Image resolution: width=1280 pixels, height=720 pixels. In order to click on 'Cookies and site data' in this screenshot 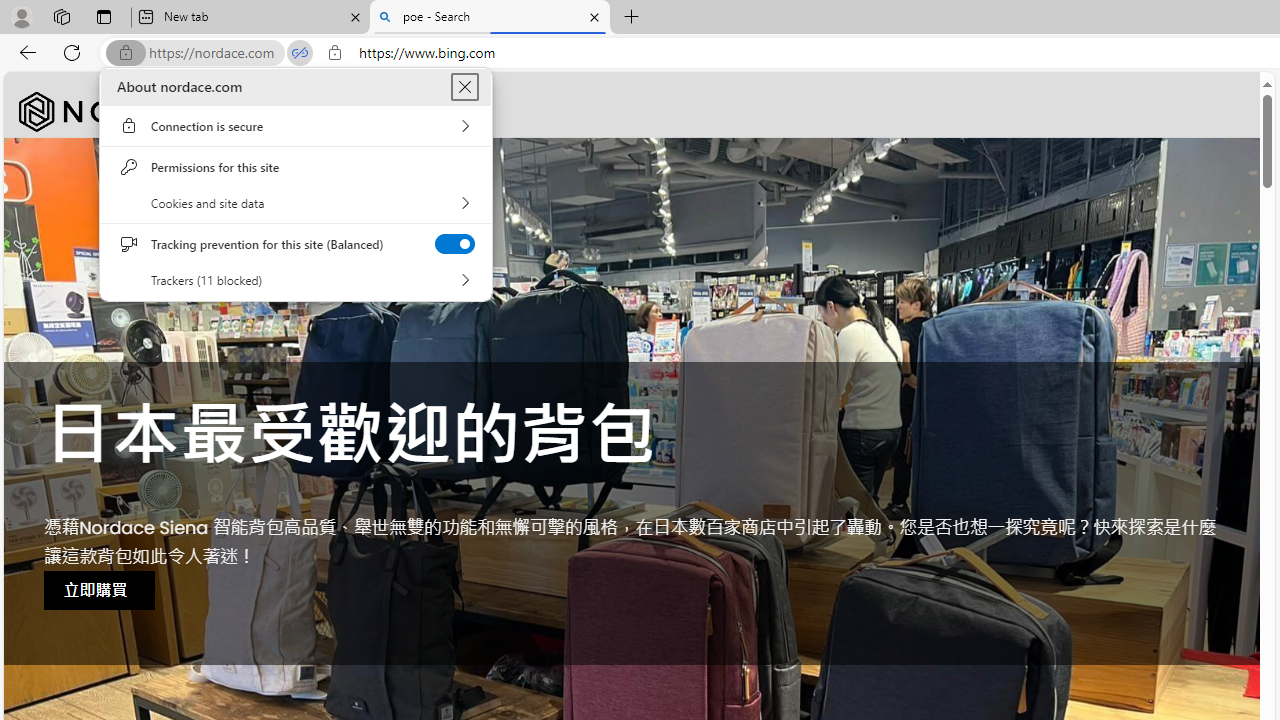, I will do `click(295, 203)`.